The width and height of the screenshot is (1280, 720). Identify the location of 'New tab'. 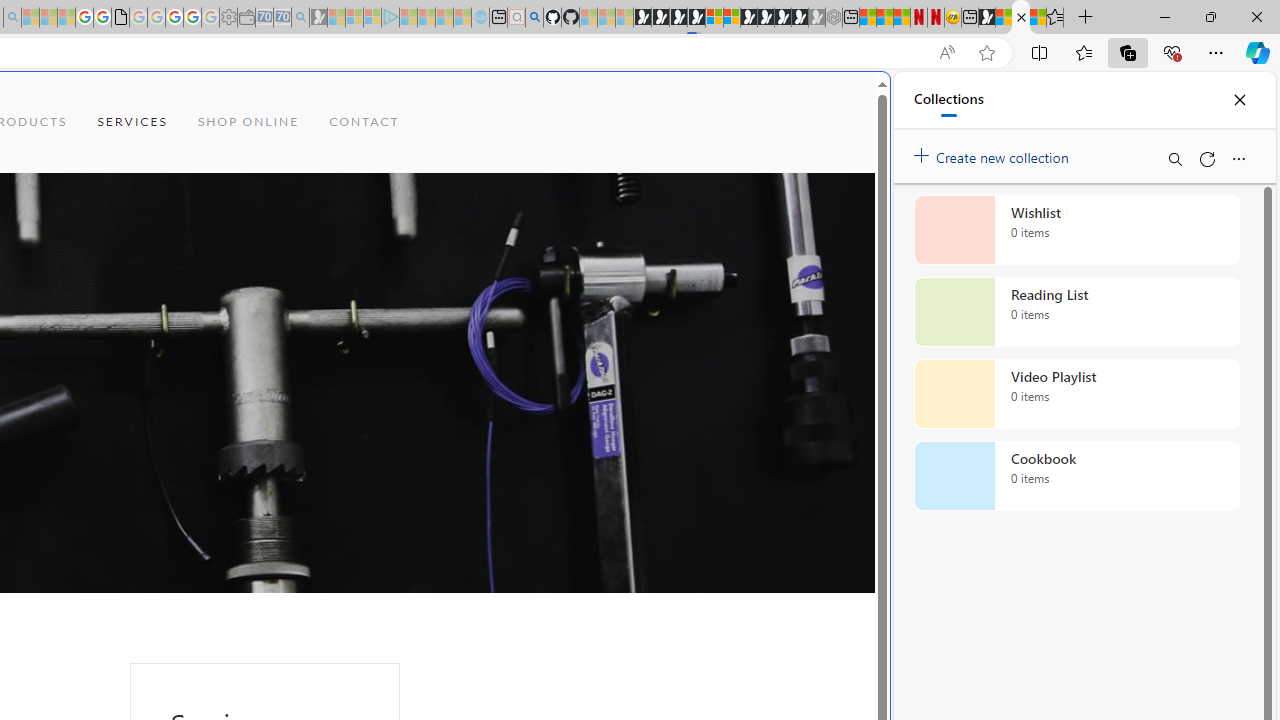
(970, 17).